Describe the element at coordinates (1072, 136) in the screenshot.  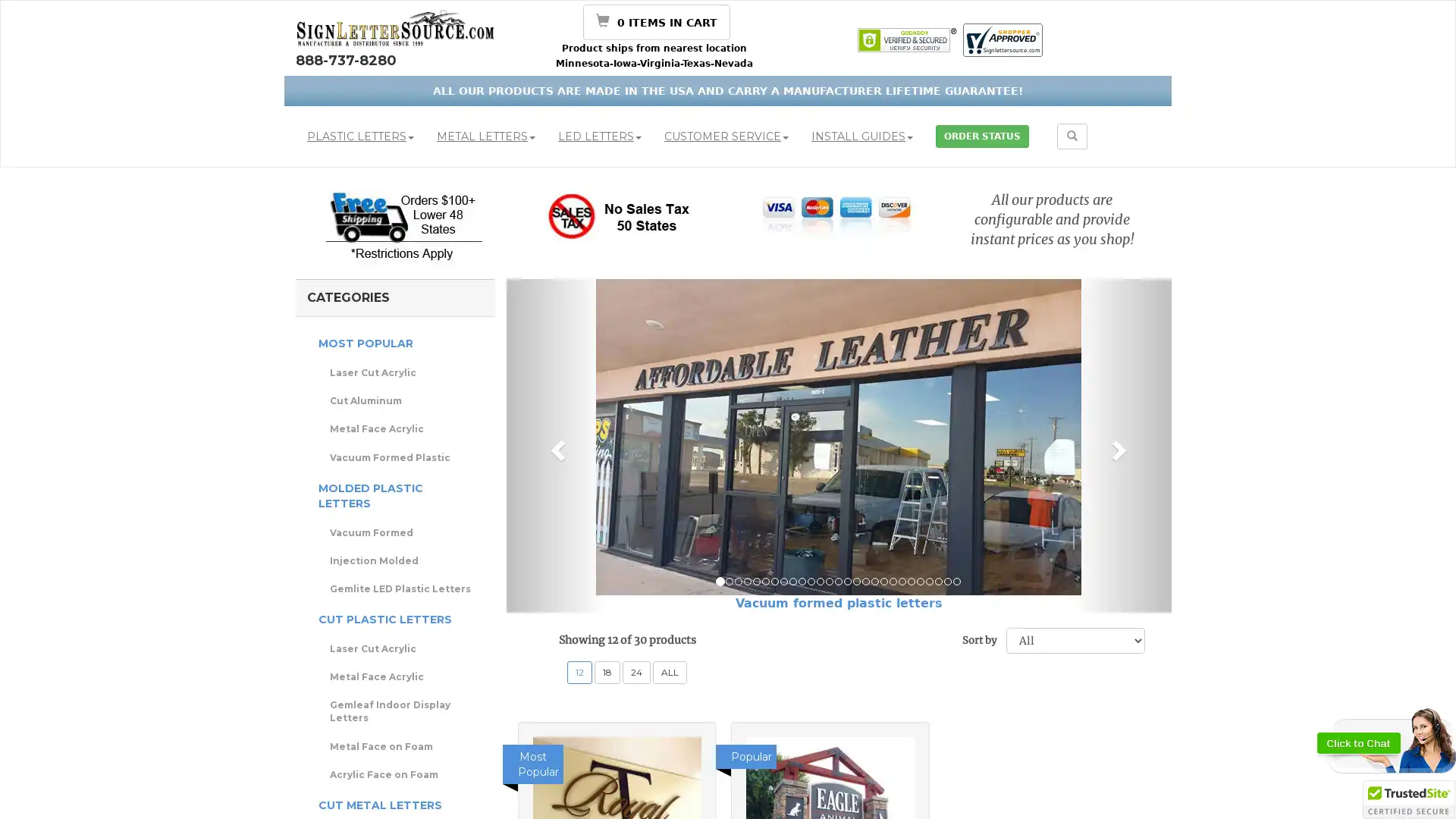
I see `TOGGLE SEARCH` at that location.